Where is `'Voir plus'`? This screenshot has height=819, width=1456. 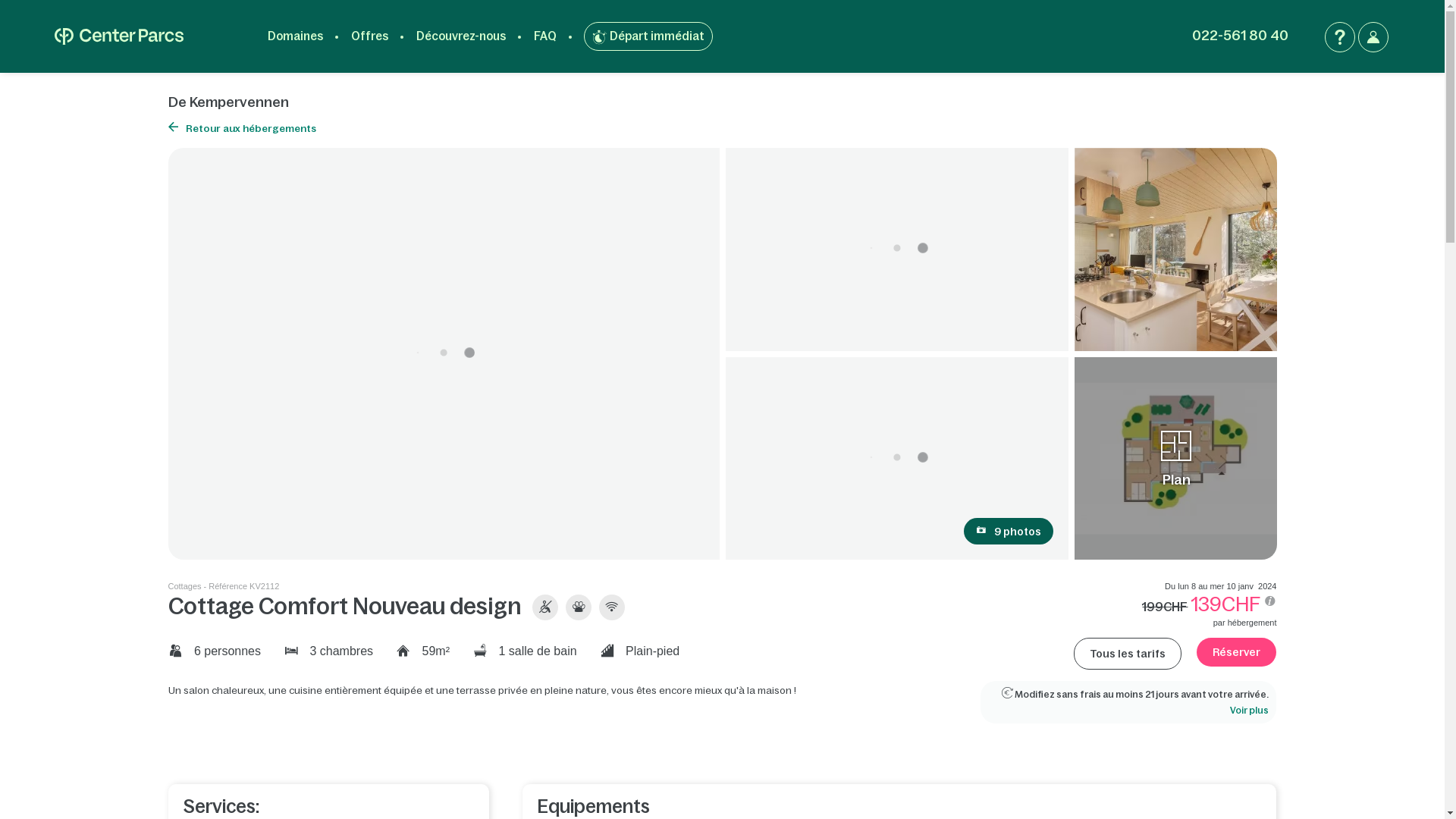 'Voir plus' is located at coordinates (1249, 711).